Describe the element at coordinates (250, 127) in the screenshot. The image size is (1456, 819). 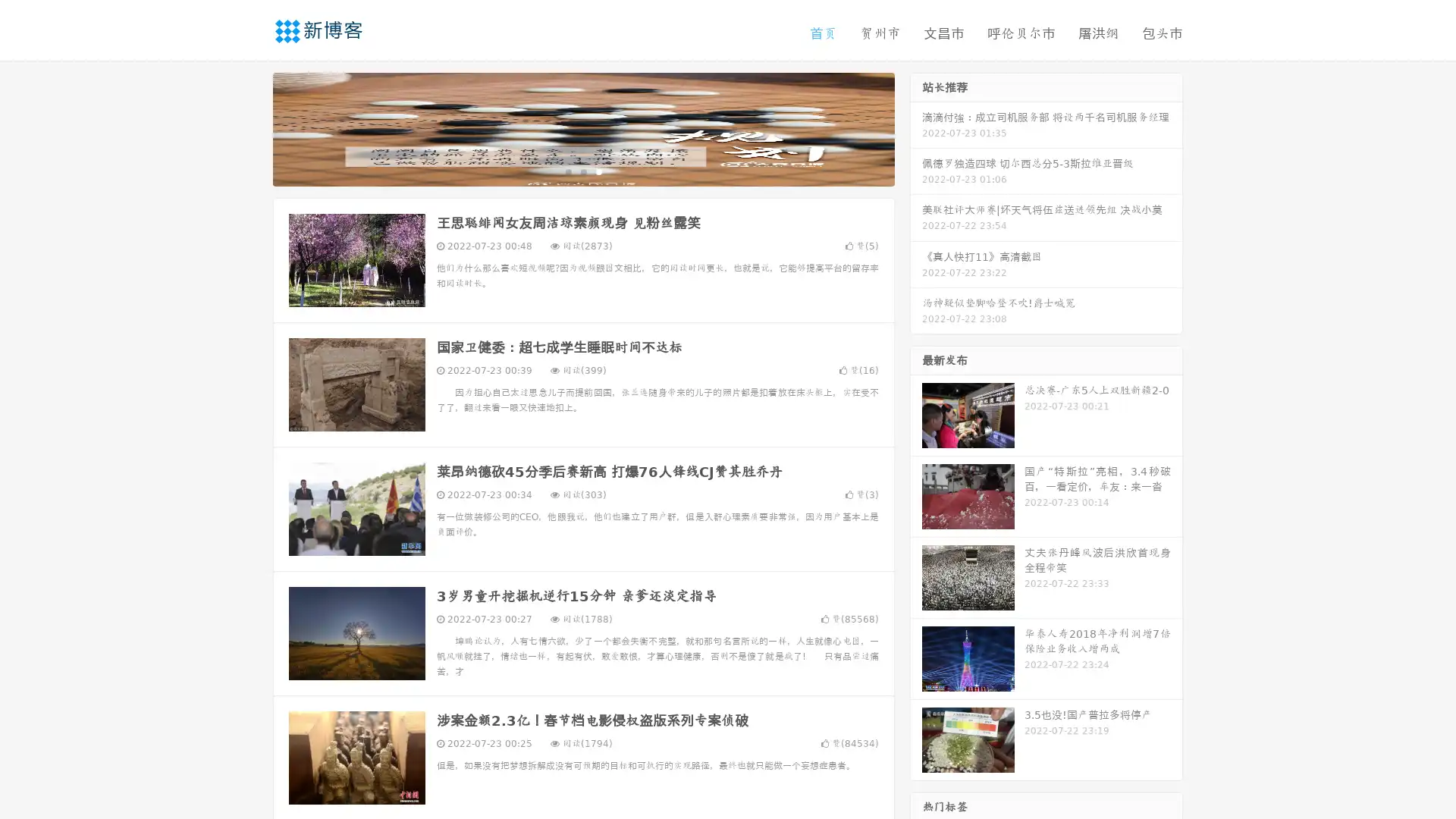
I see `Previous slide` at that location.